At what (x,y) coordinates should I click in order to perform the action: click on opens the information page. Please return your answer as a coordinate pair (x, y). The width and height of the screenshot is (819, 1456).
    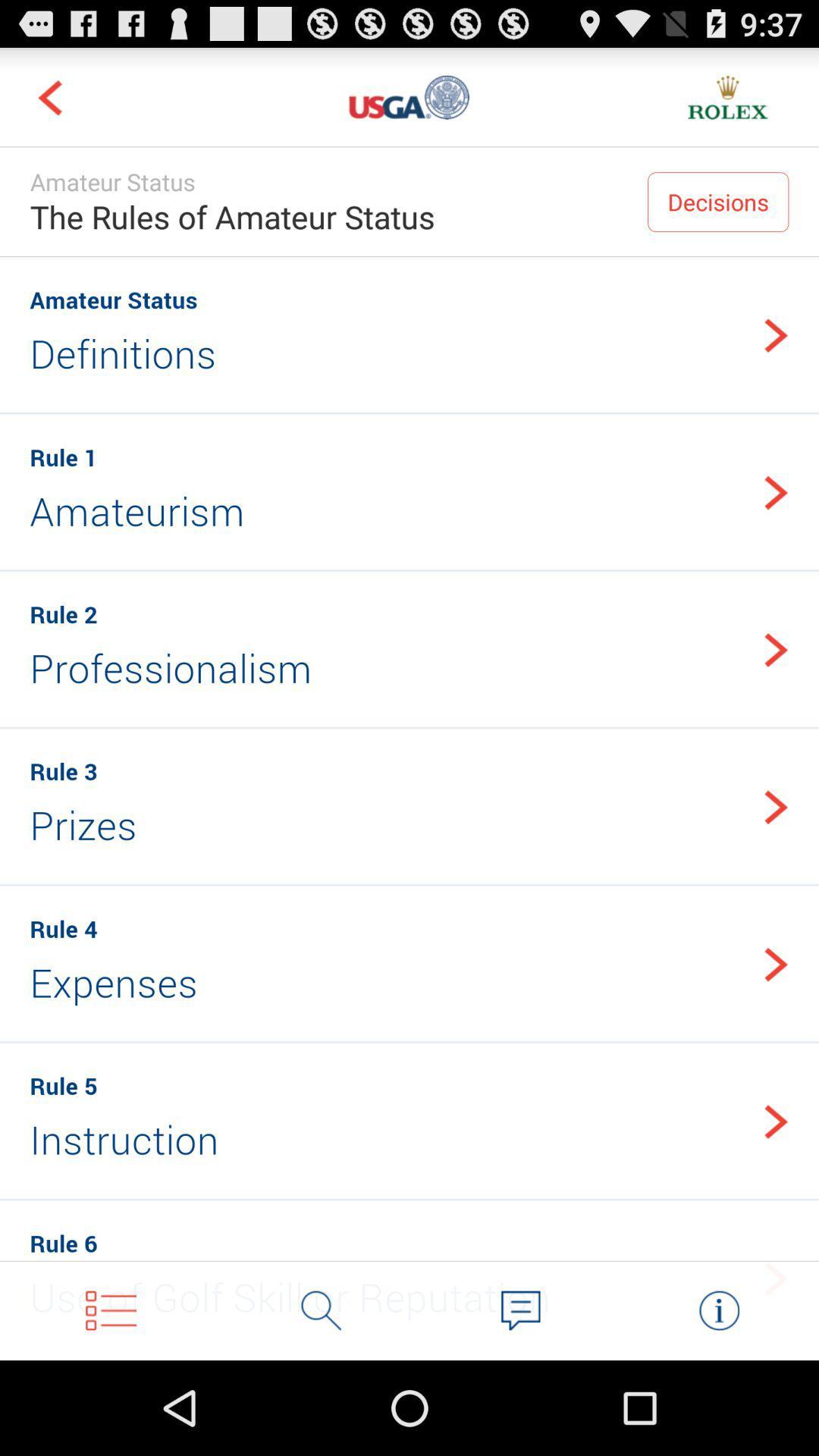
    Looking at the image, I should click on (718, 1310).